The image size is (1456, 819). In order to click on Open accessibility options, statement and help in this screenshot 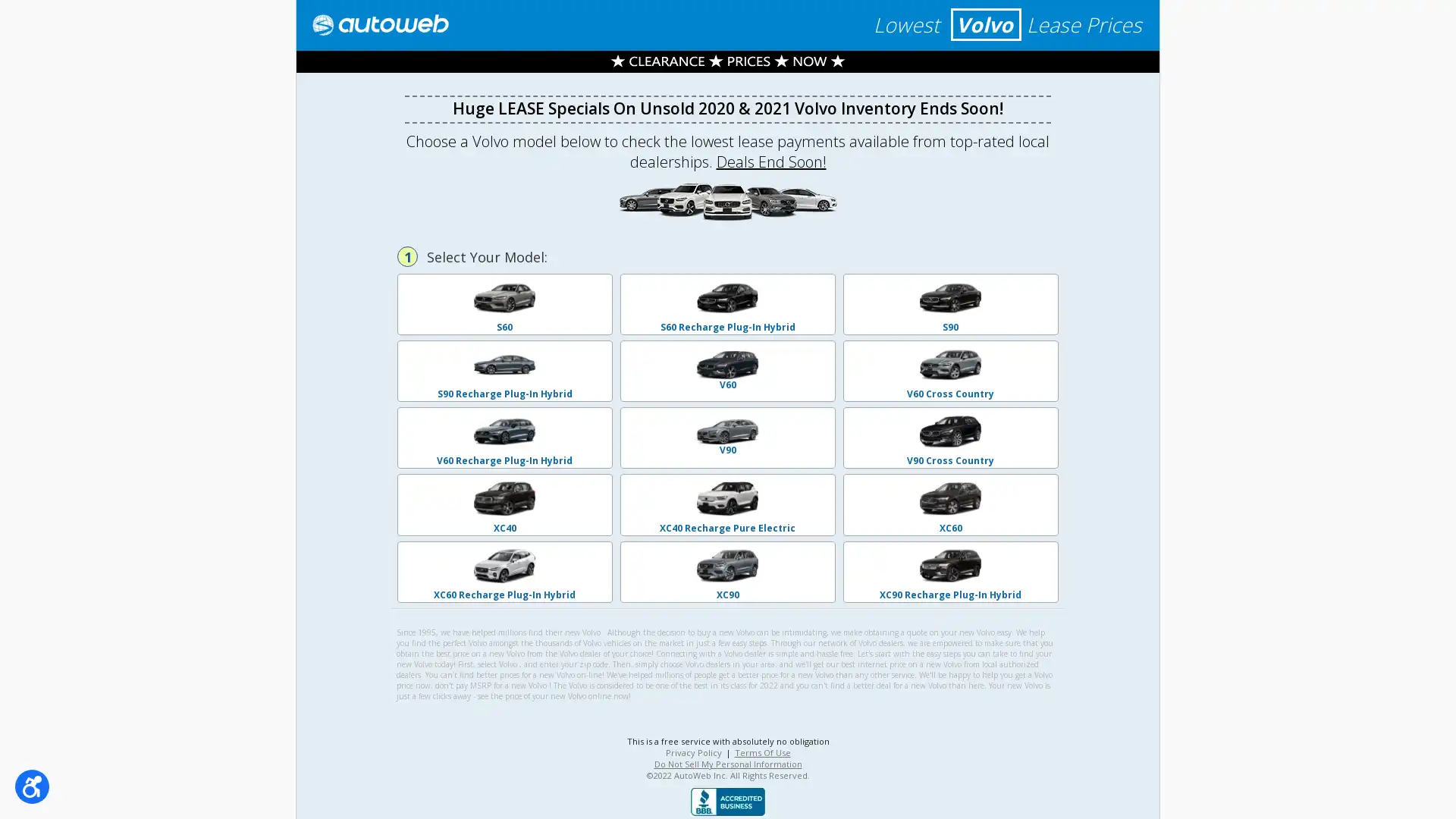, I will do `click(32, 786)`.